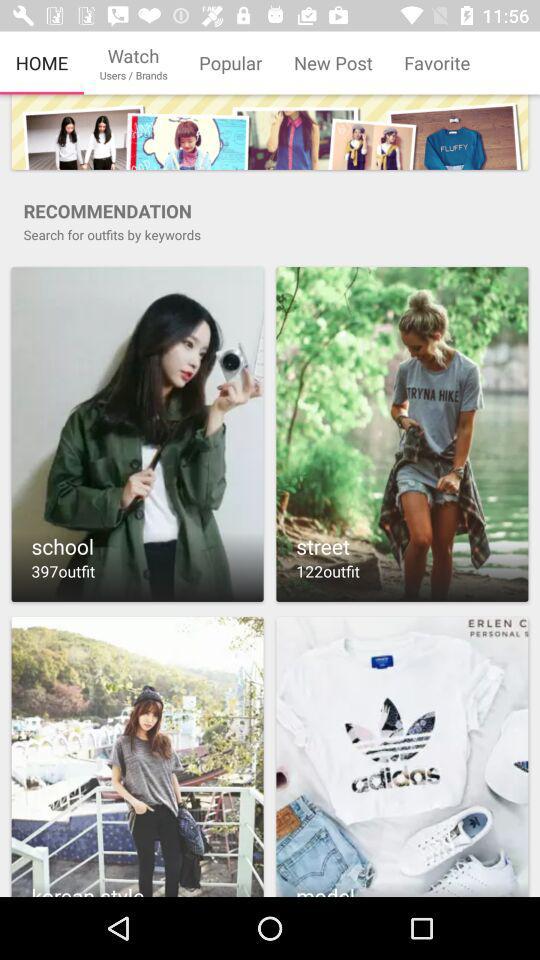 The height and width of the screenshot is (960, 540). Describe the element at coordinates (402, 755) in the screenshot. I see `choose the adidas` at that location.